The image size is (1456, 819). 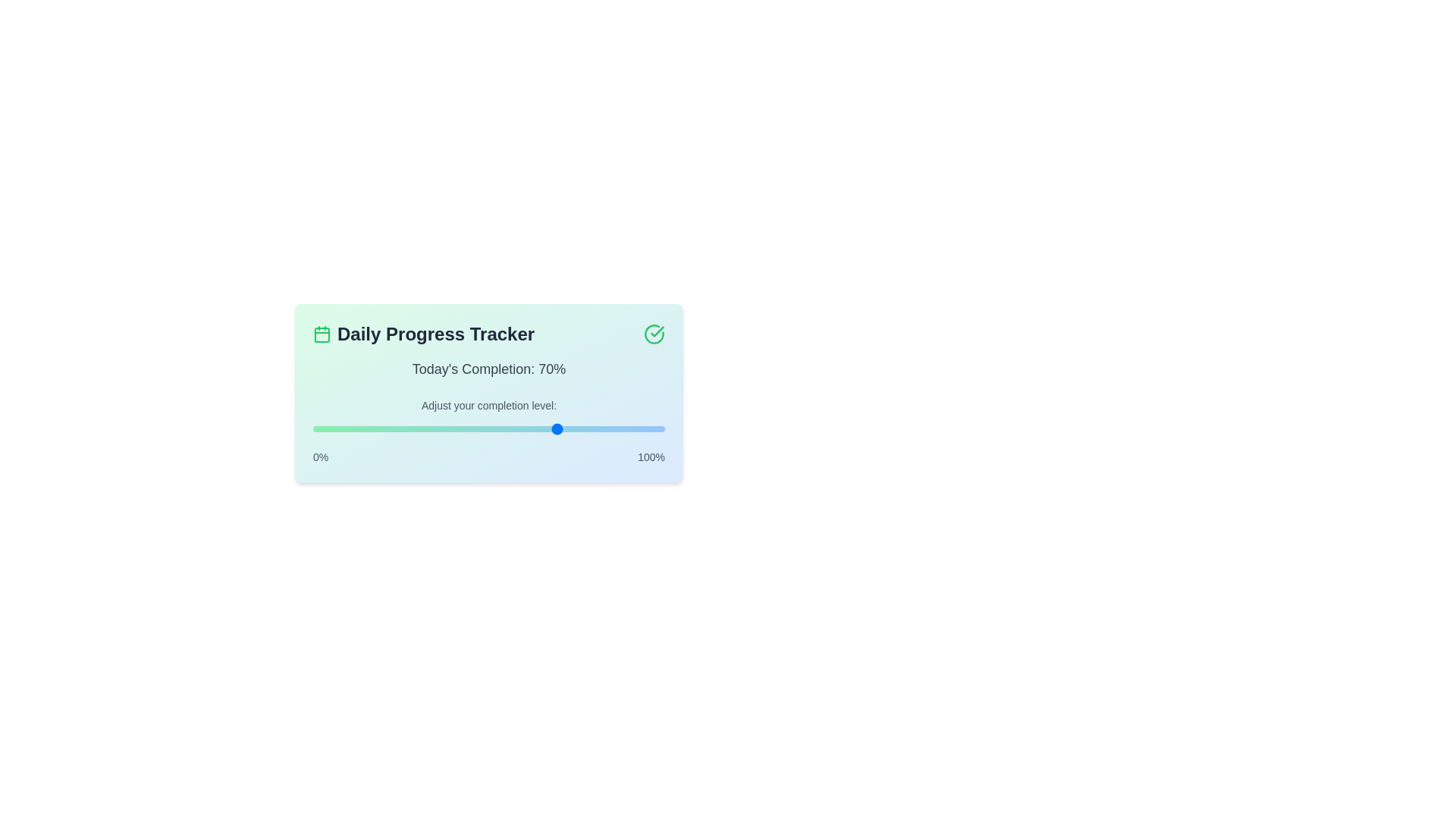 What do you see at coordinates (315, 429) in the screenshot?
I see `the progress level to 1%` at bounding box center [315, 429].